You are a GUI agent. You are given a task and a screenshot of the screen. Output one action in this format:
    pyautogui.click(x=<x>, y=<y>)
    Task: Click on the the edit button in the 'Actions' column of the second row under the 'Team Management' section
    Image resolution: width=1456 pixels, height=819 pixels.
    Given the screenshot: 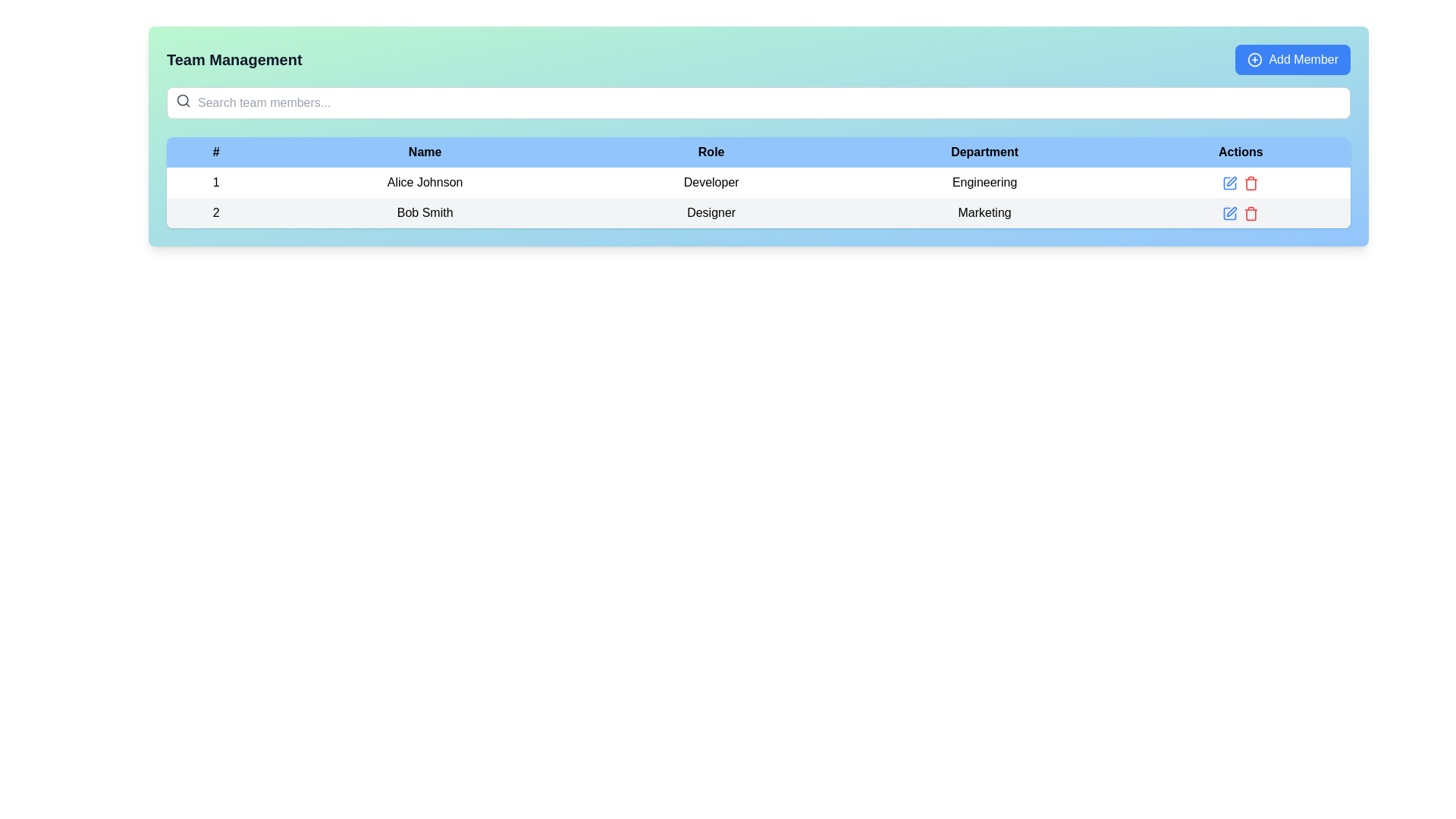 What is the action you would take?
    pyautogui.click(x=1230, y=213)
    